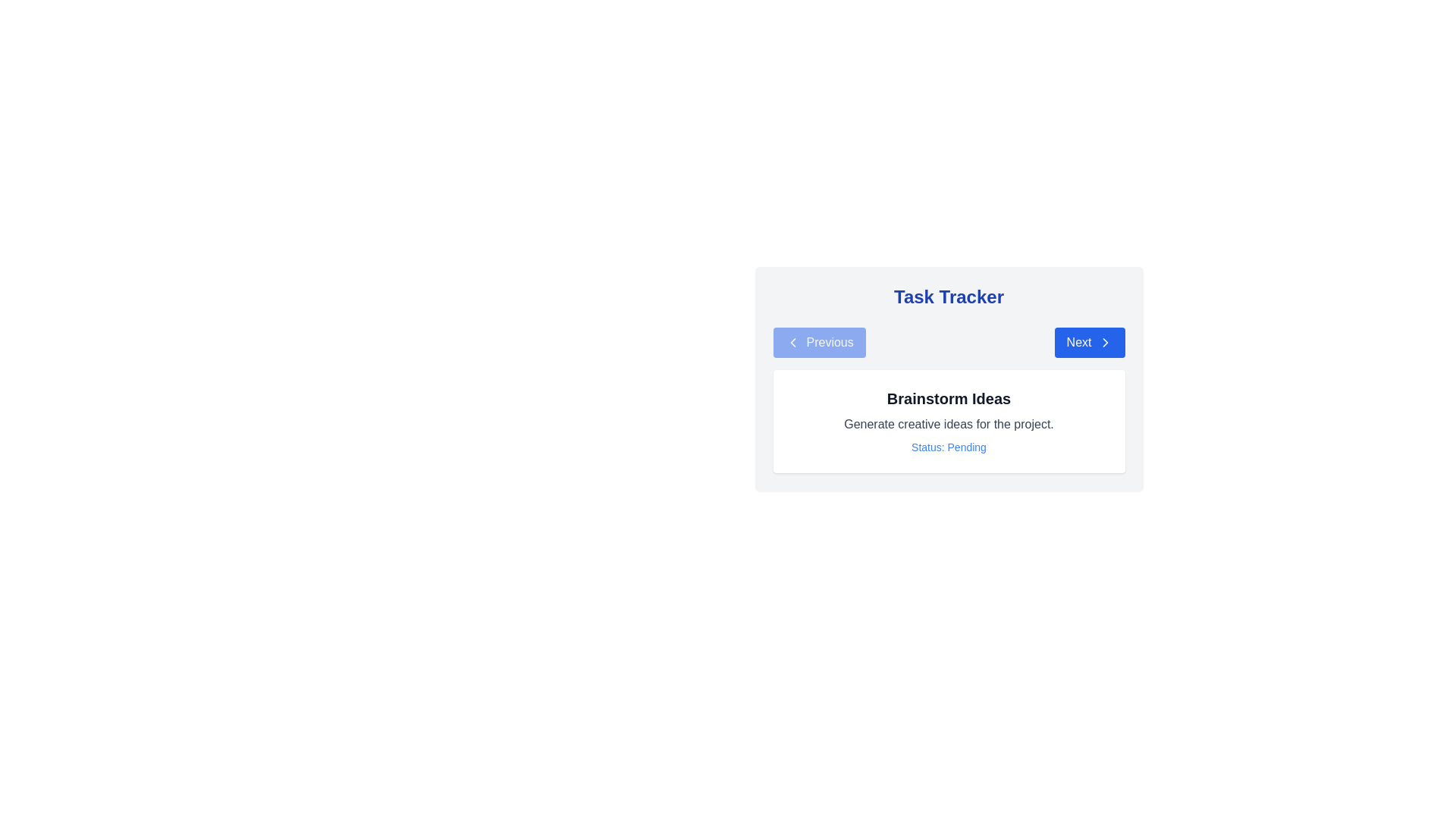 The image size is (1456, 819). Describe the element at coordinates (948, 297) in the screenshot. I see `the Heading or Title that serves as the title for the task management functionality, located at the top of a card-like structure with a light gray background` at that location.